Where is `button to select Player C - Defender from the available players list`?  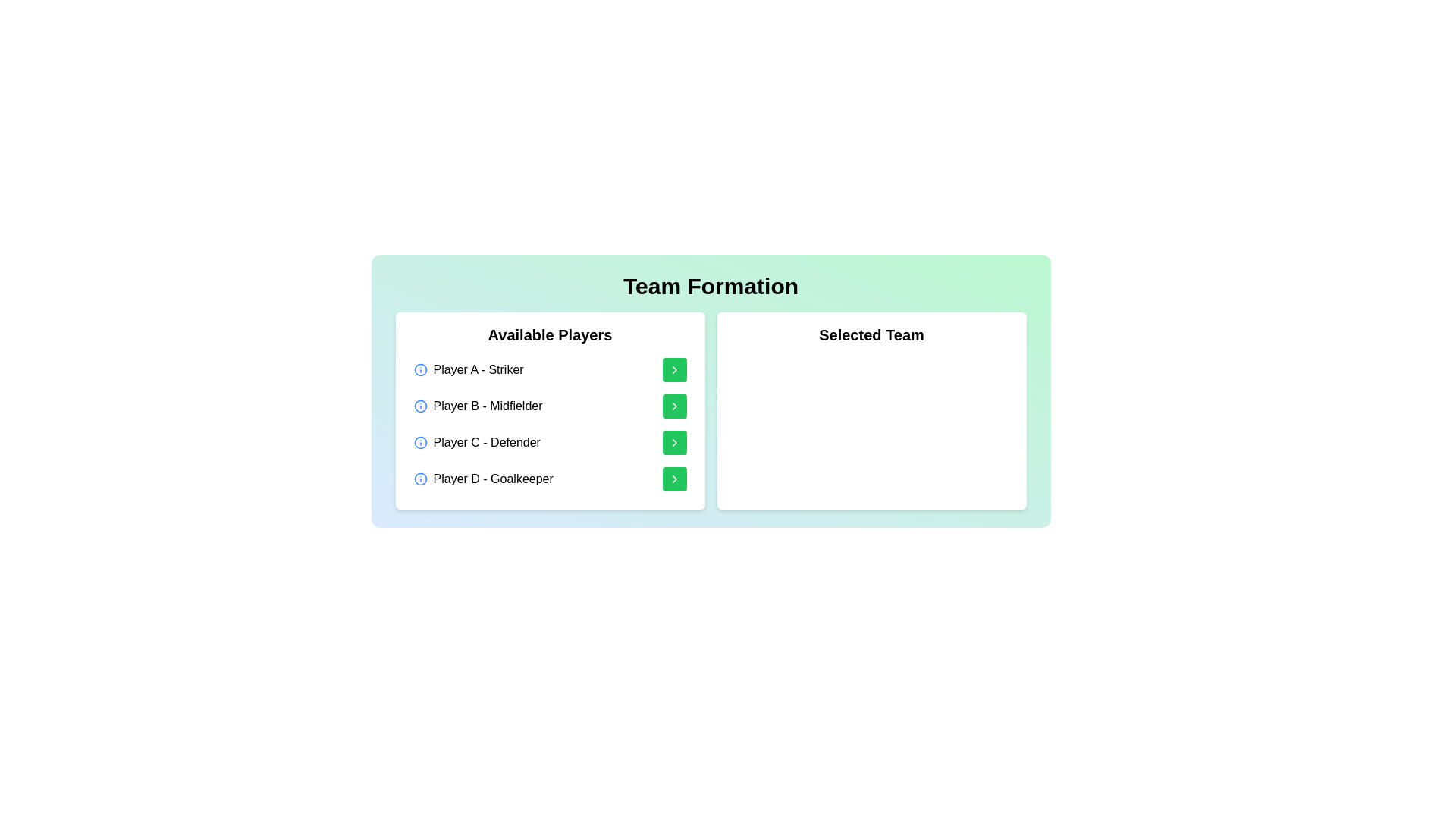
button to select Player C - Defender from the available players list is located at coordinates (673, 442).